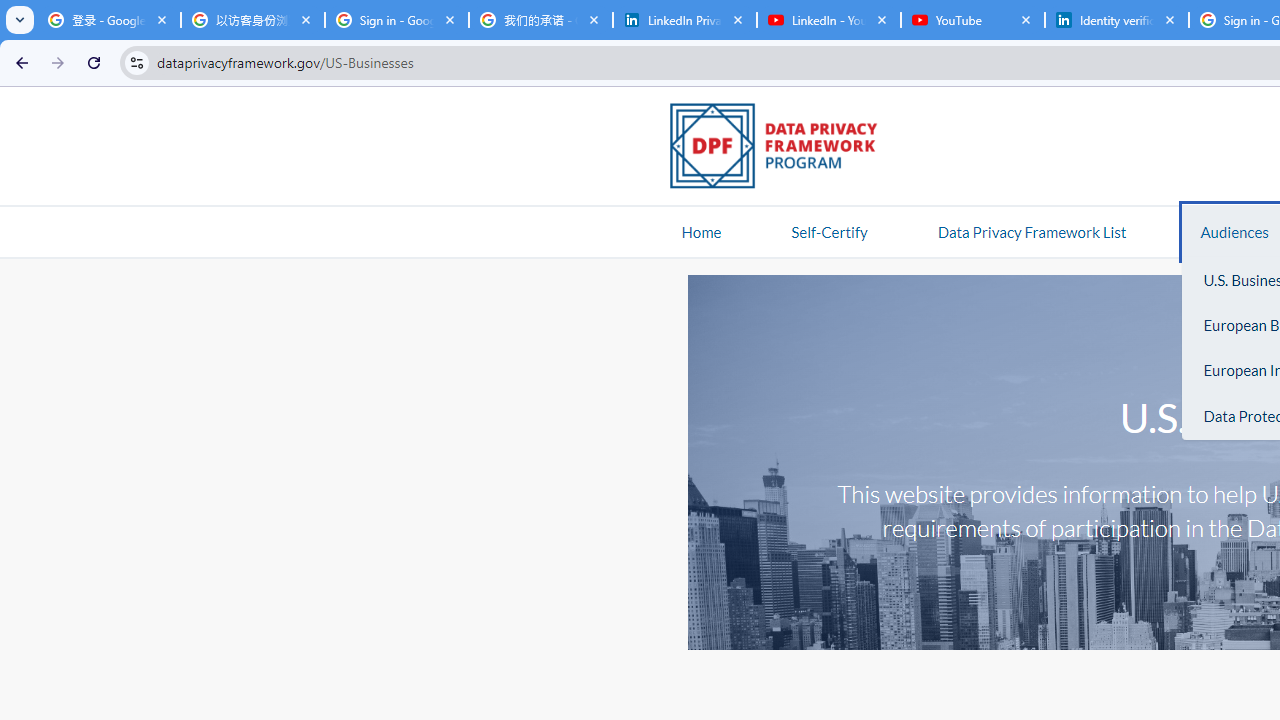 The image size is (1280, 720). What do you see at coordinates (783, 148) in the screenshot?
I see `'Data Privacy Framework Logo - Link to Homepage'` at bounding box center [783, 148].